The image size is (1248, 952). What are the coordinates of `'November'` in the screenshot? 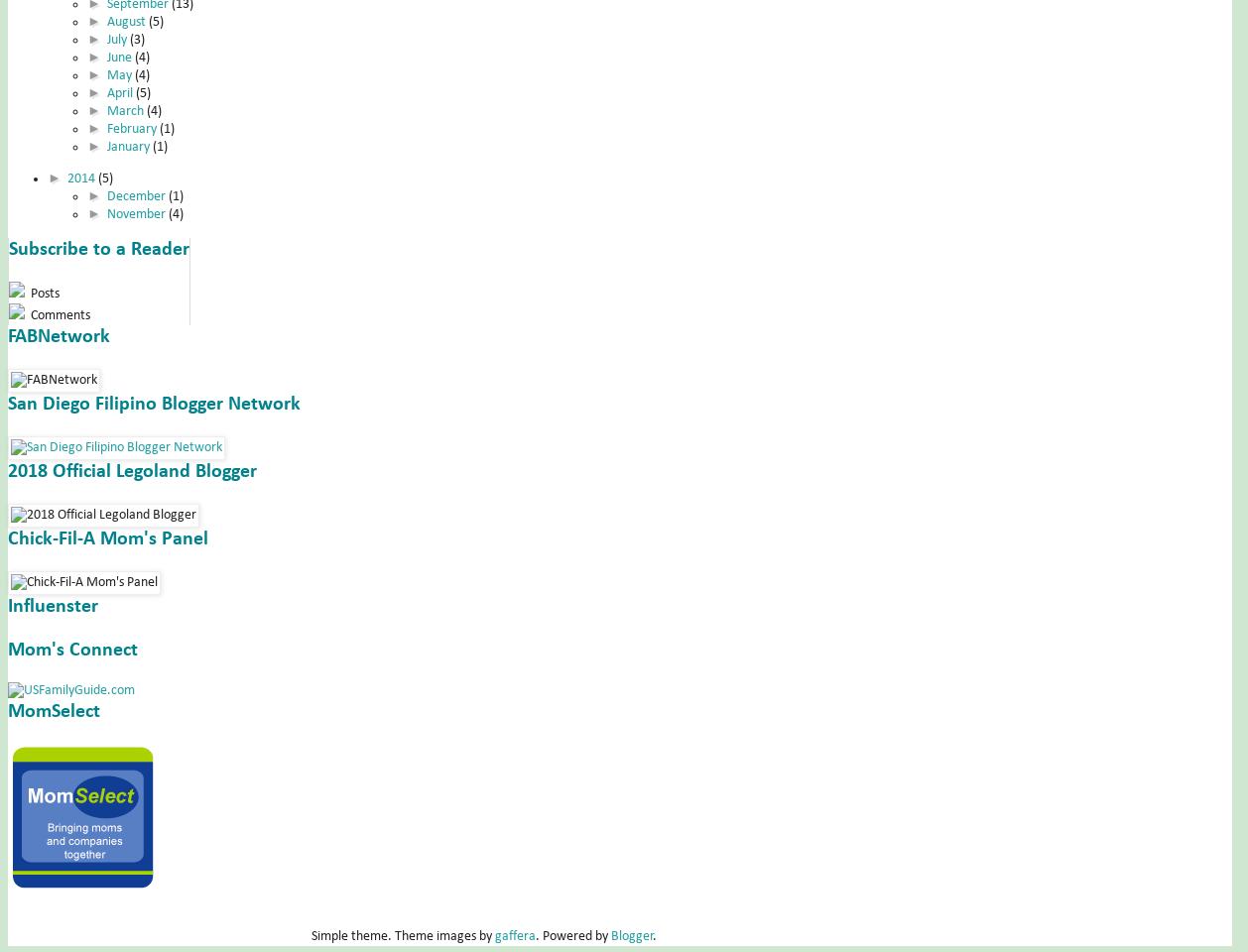 It's located at (137, 213).